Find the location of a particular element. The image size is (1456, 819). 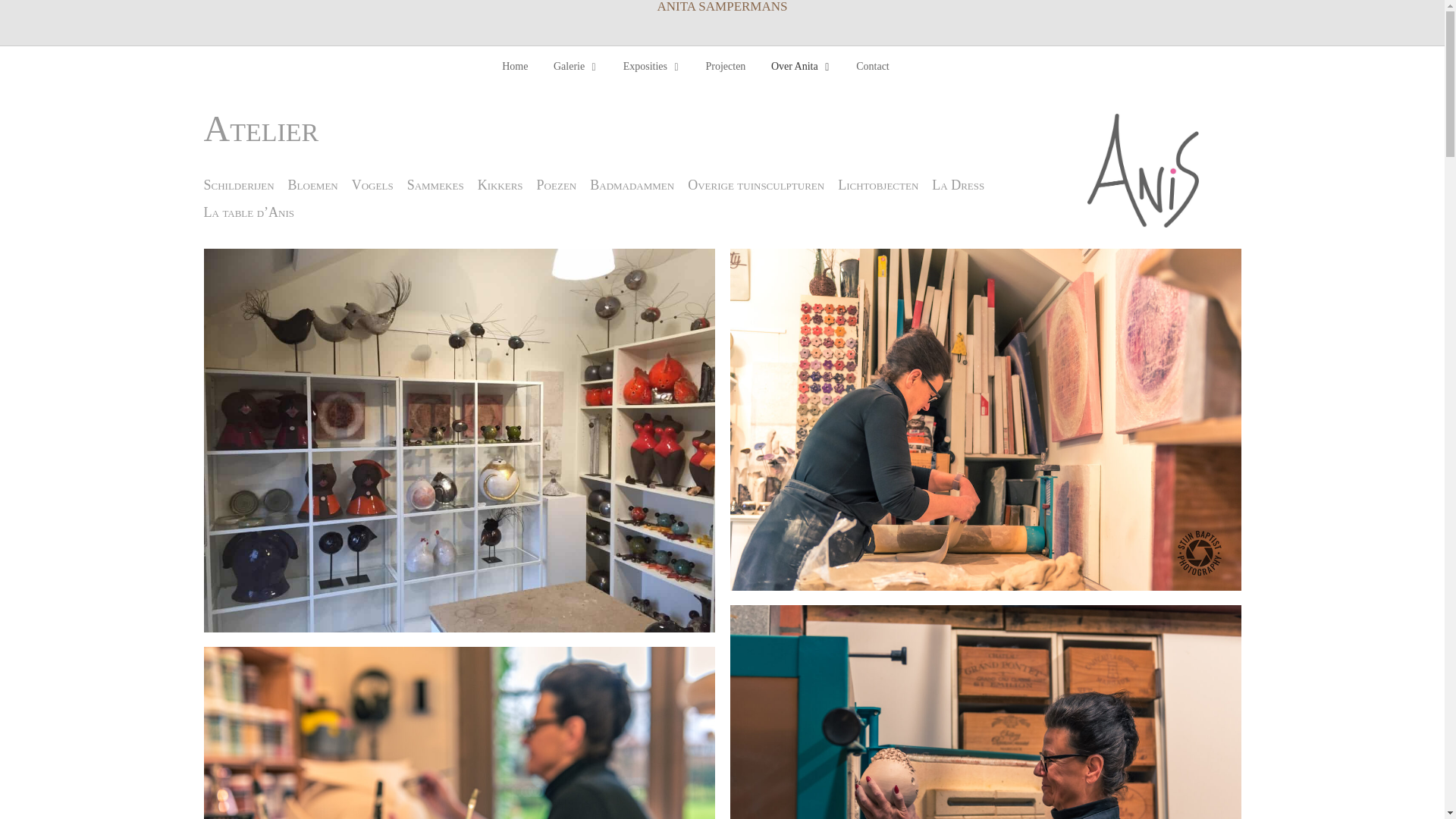

'La Dress' is located at coordinates (957, 184).